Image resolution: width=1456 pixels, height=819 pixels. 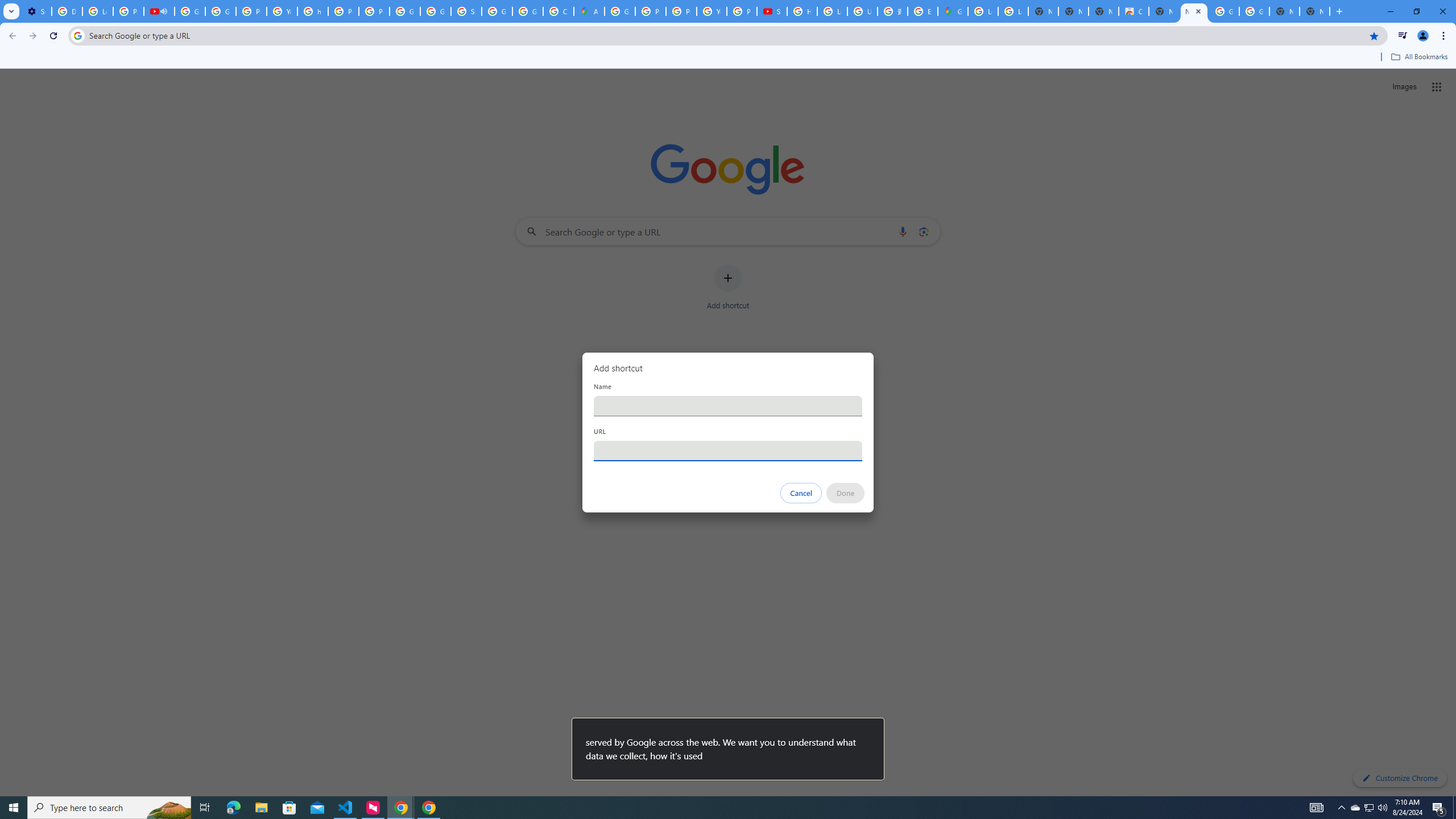 I want to click on 'Name', so click(x=728, y=405).